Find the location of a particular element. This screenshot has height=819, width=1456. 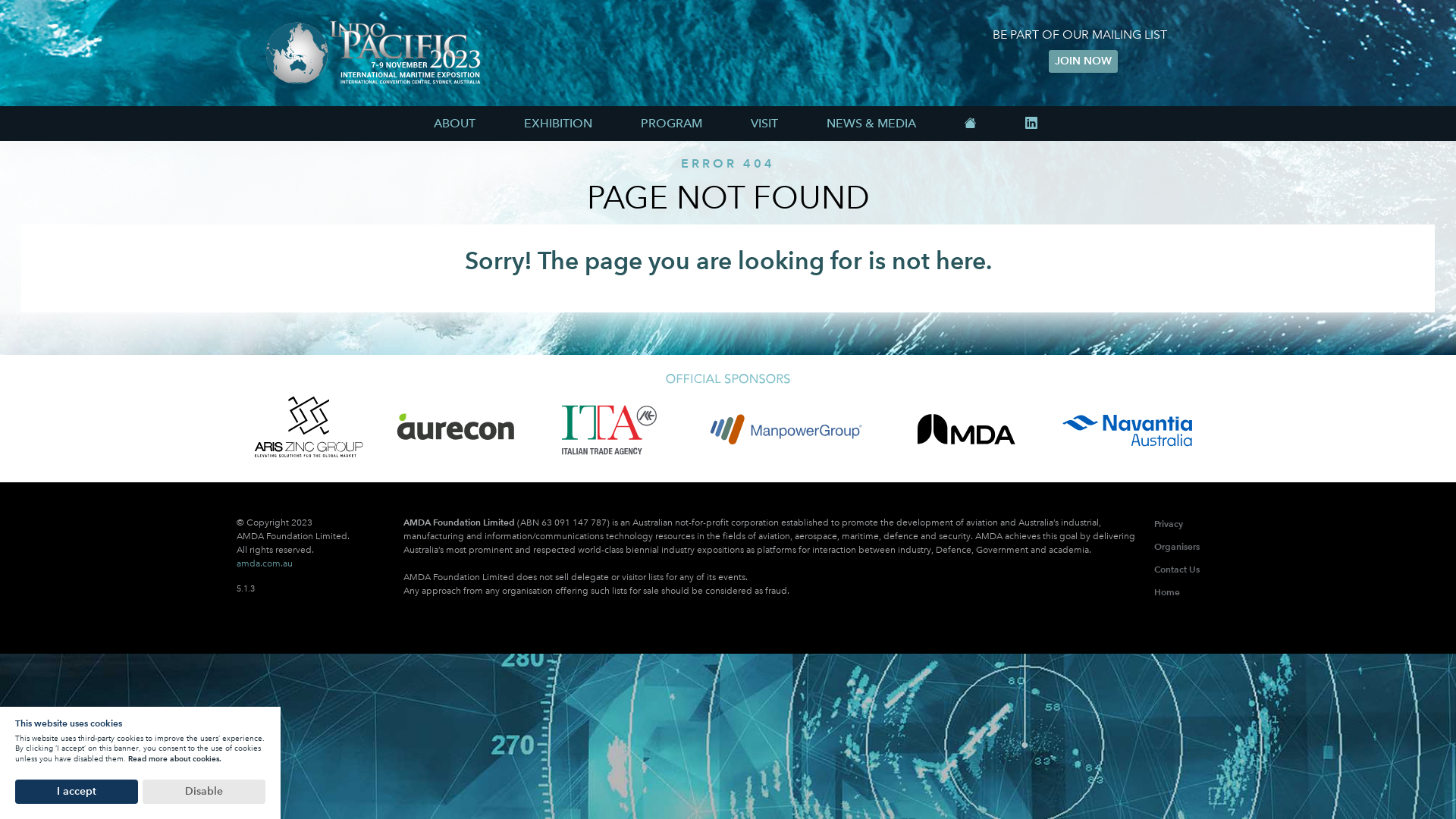

'Organisers' is located at coordinates (1175, 546).